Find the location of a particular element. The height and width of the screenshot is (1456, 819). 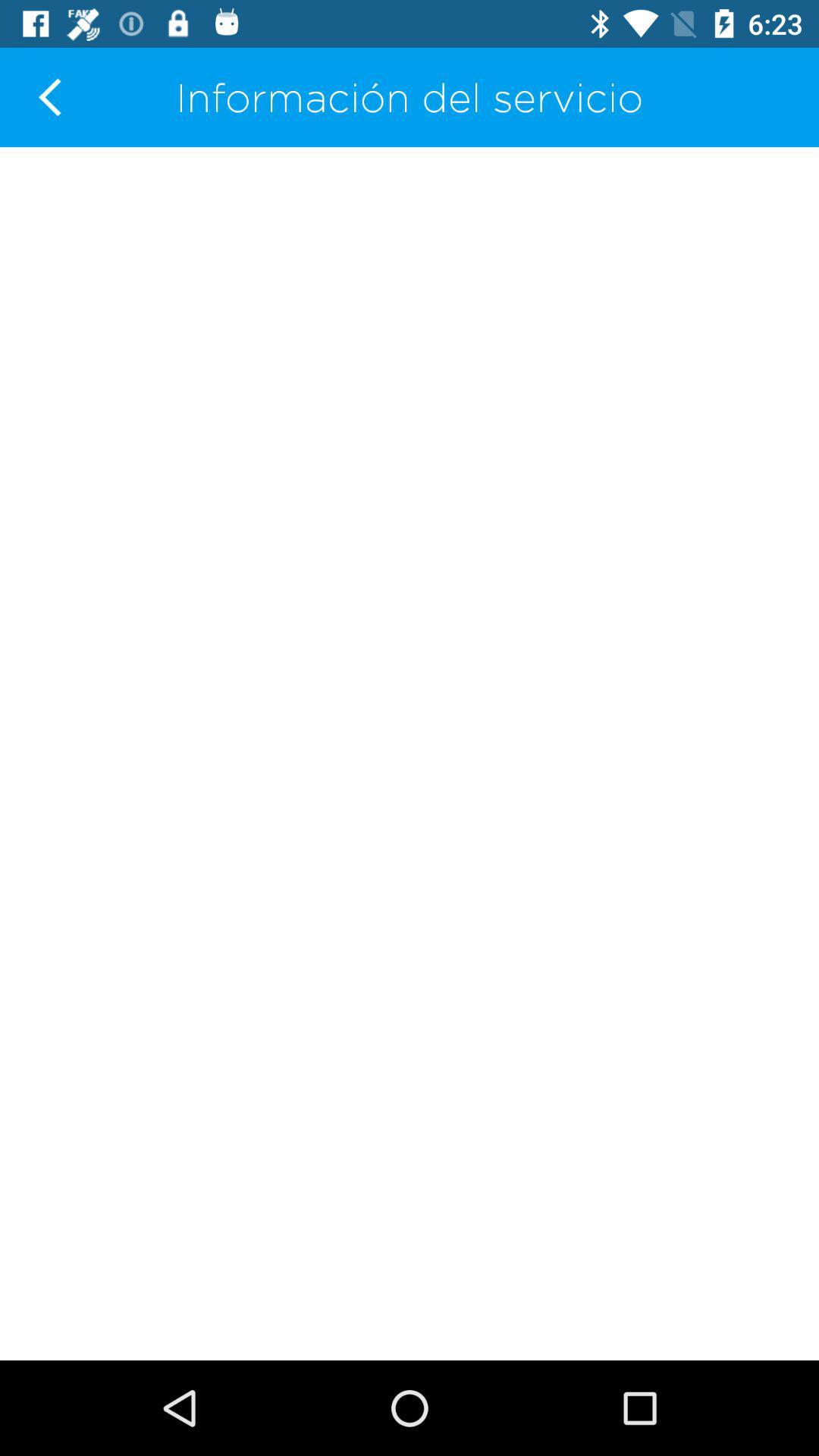

the arrow_backward icon is located at coordinates (49, 96).